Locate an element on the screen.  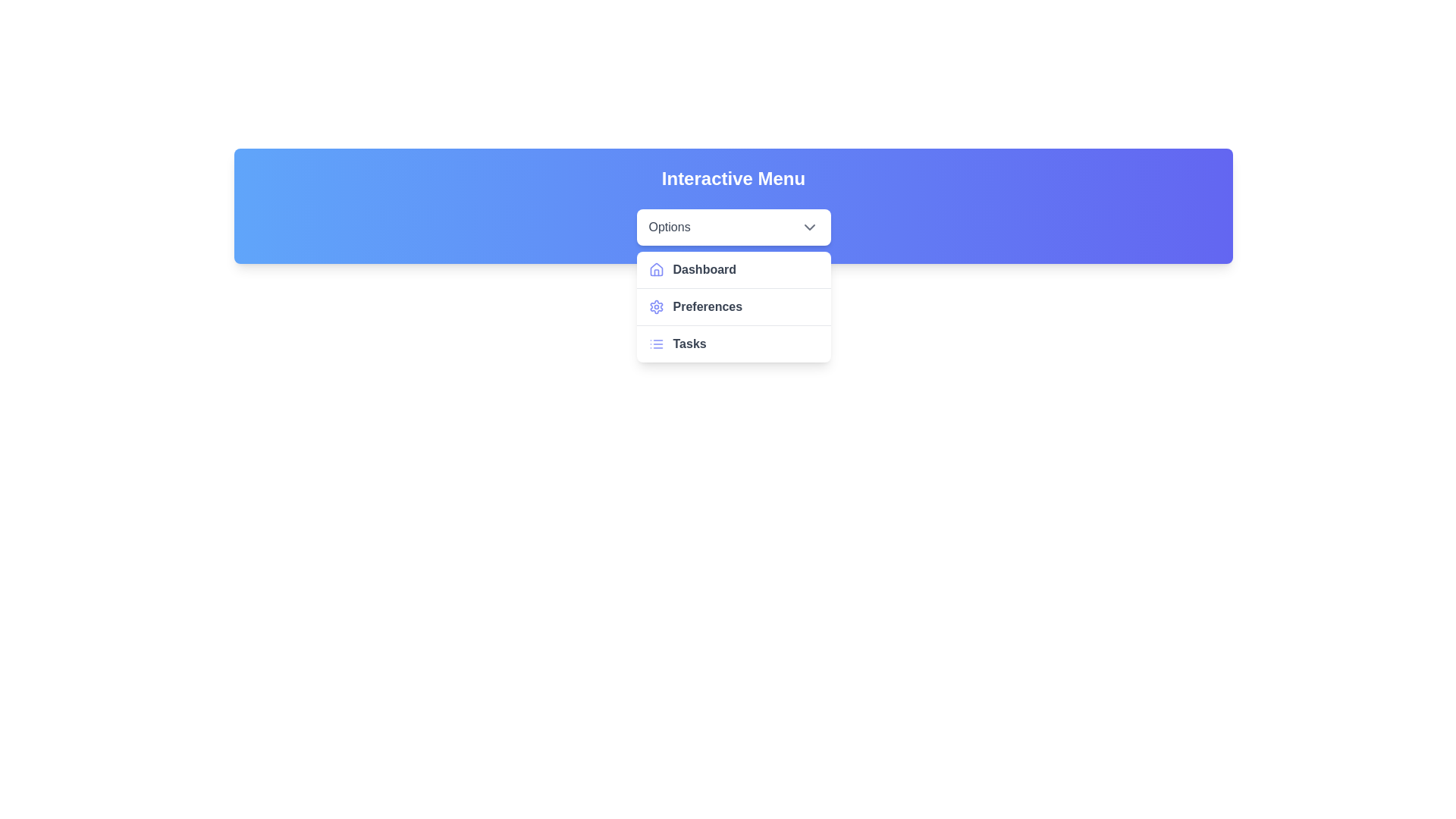
the settings icon rendered via SVG in the 'Preferences' menu is located at coordinates (656, 307).